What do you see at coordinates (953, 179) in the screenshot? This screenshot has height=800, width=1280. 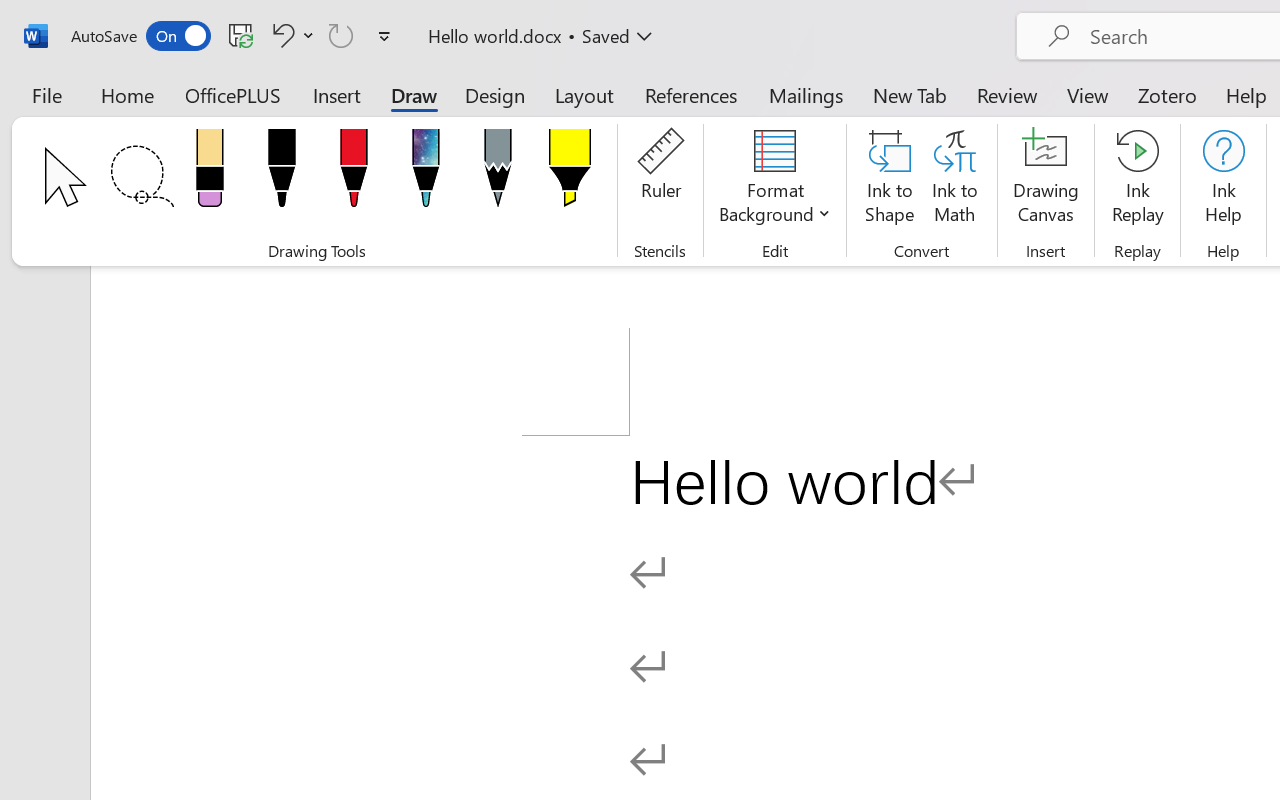 I see `'Ink to Math'` at bounding box center [953, 179].